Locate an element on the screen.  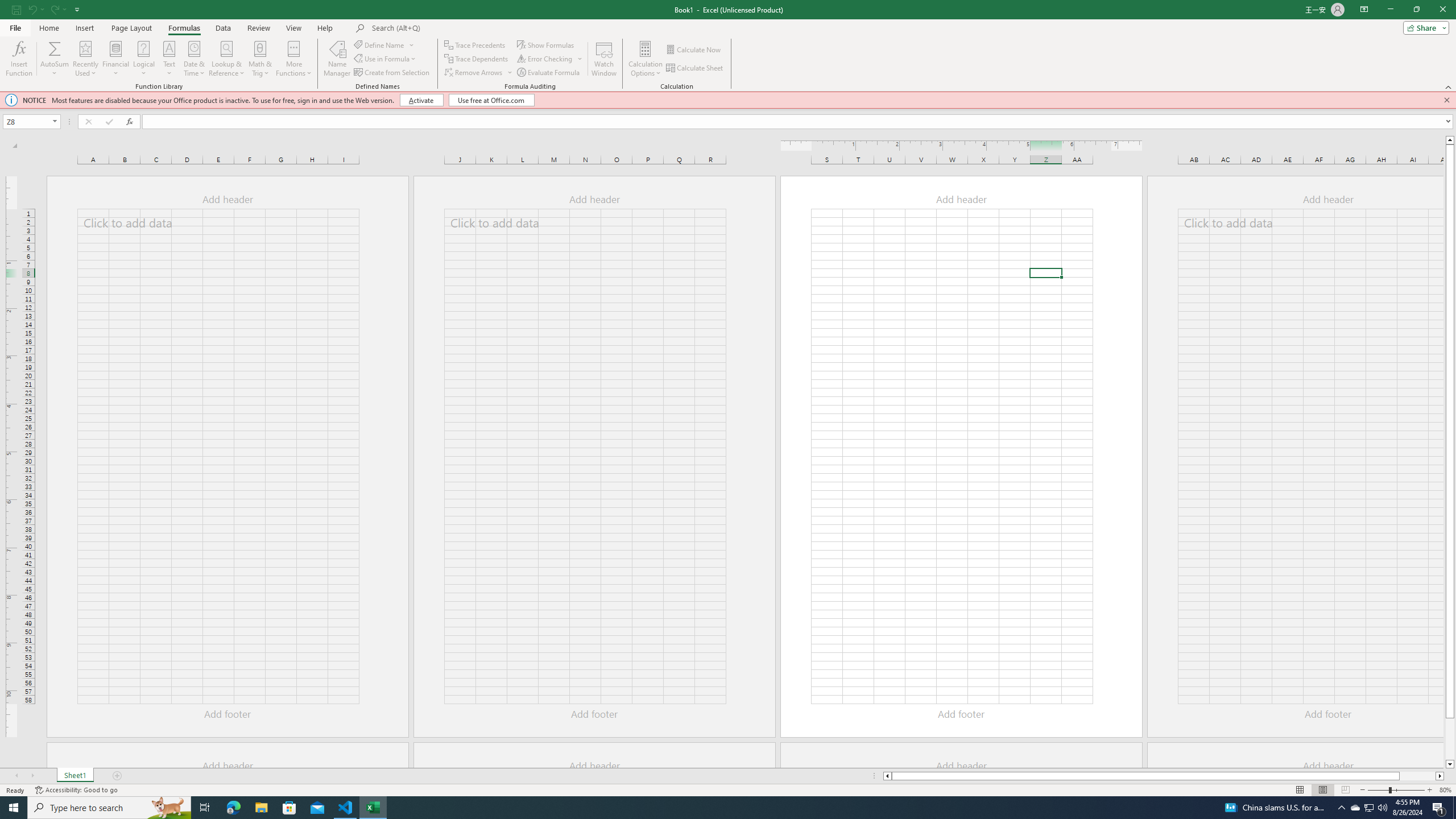
'Activate' is located at coordinates (421, 100).